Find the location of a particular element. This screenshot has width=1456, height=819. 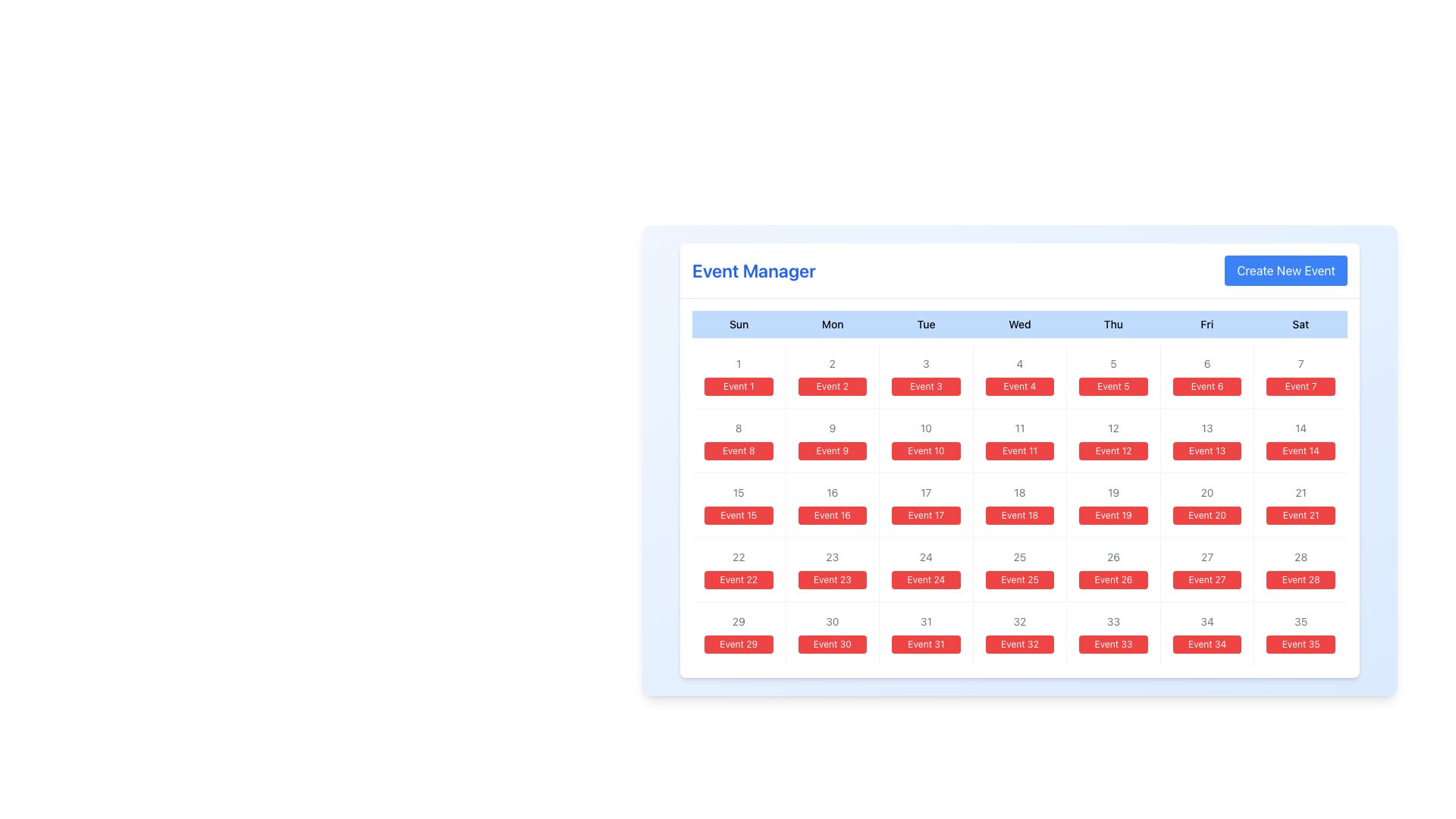

the non-interactive button representing the scheduled event for the 19th day in the Thursday column of the calendar is located at coordinates (1113, 514).